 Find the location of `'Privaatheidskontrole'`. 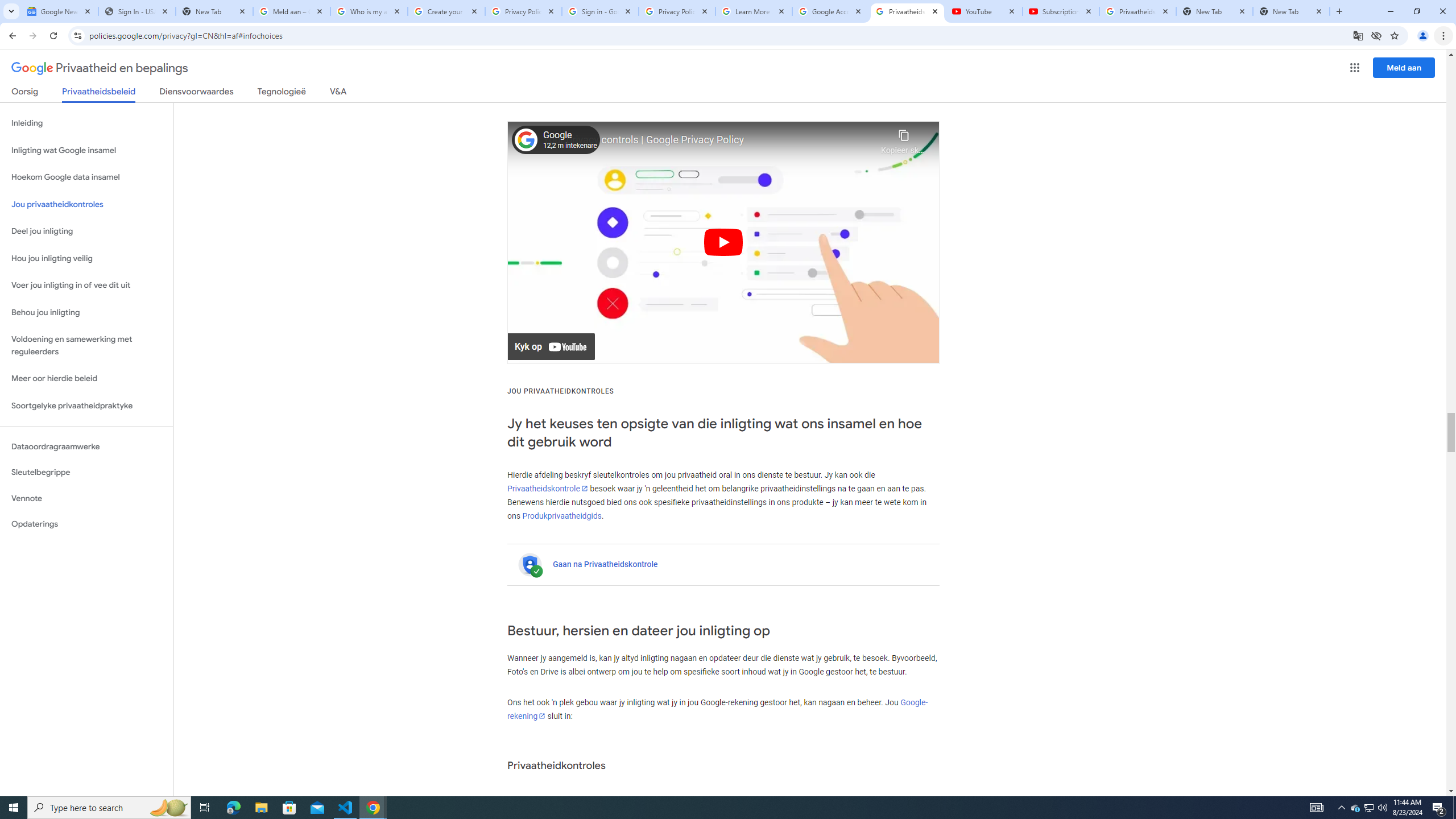

'Privaatheidskontrole' is located at coordinates (547, 487).